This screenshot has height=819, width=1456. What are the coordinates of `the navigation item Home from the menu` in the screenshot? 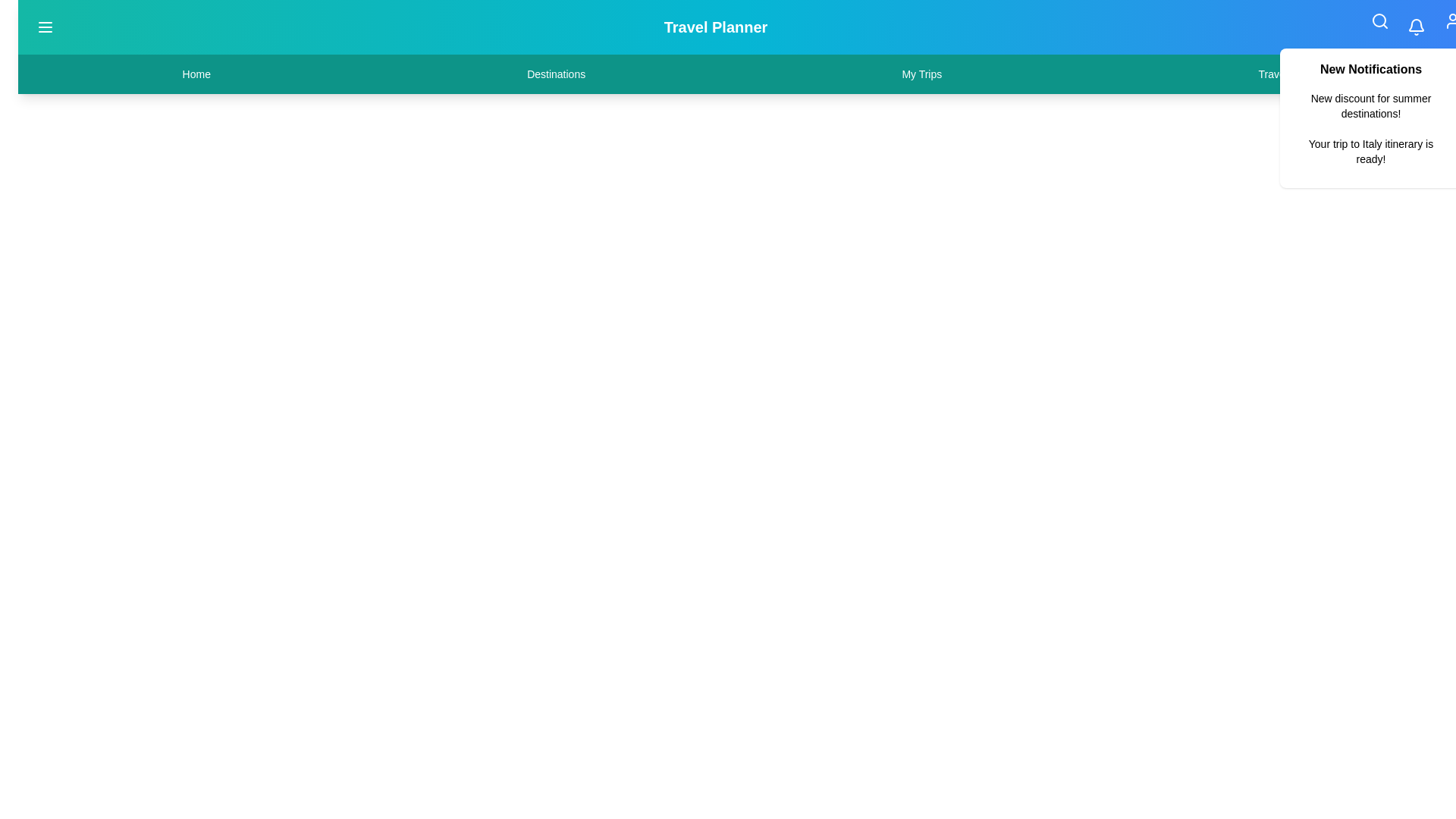 It's located at (196, 74).